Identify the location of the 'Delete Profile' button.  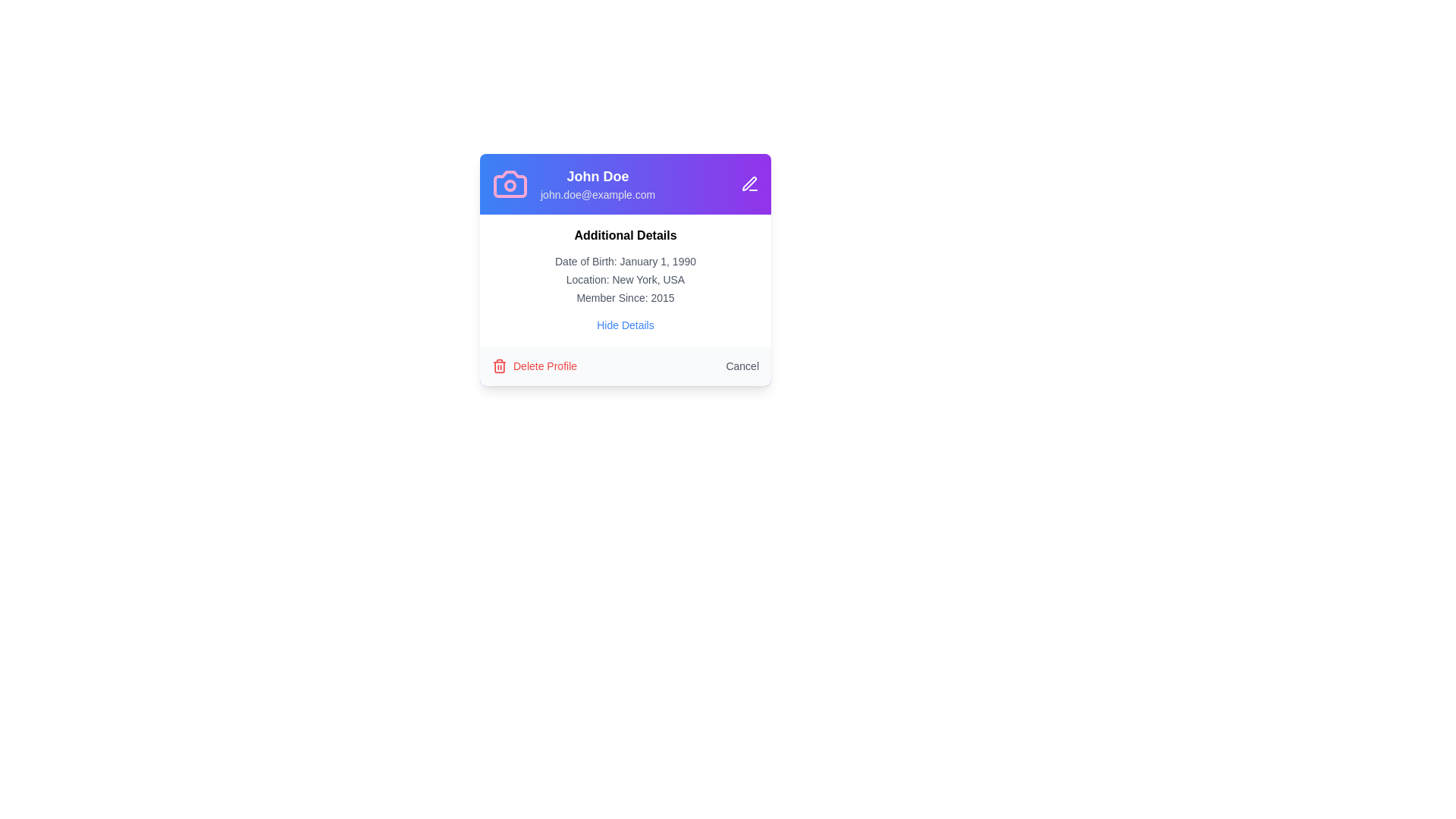
(535, 366).